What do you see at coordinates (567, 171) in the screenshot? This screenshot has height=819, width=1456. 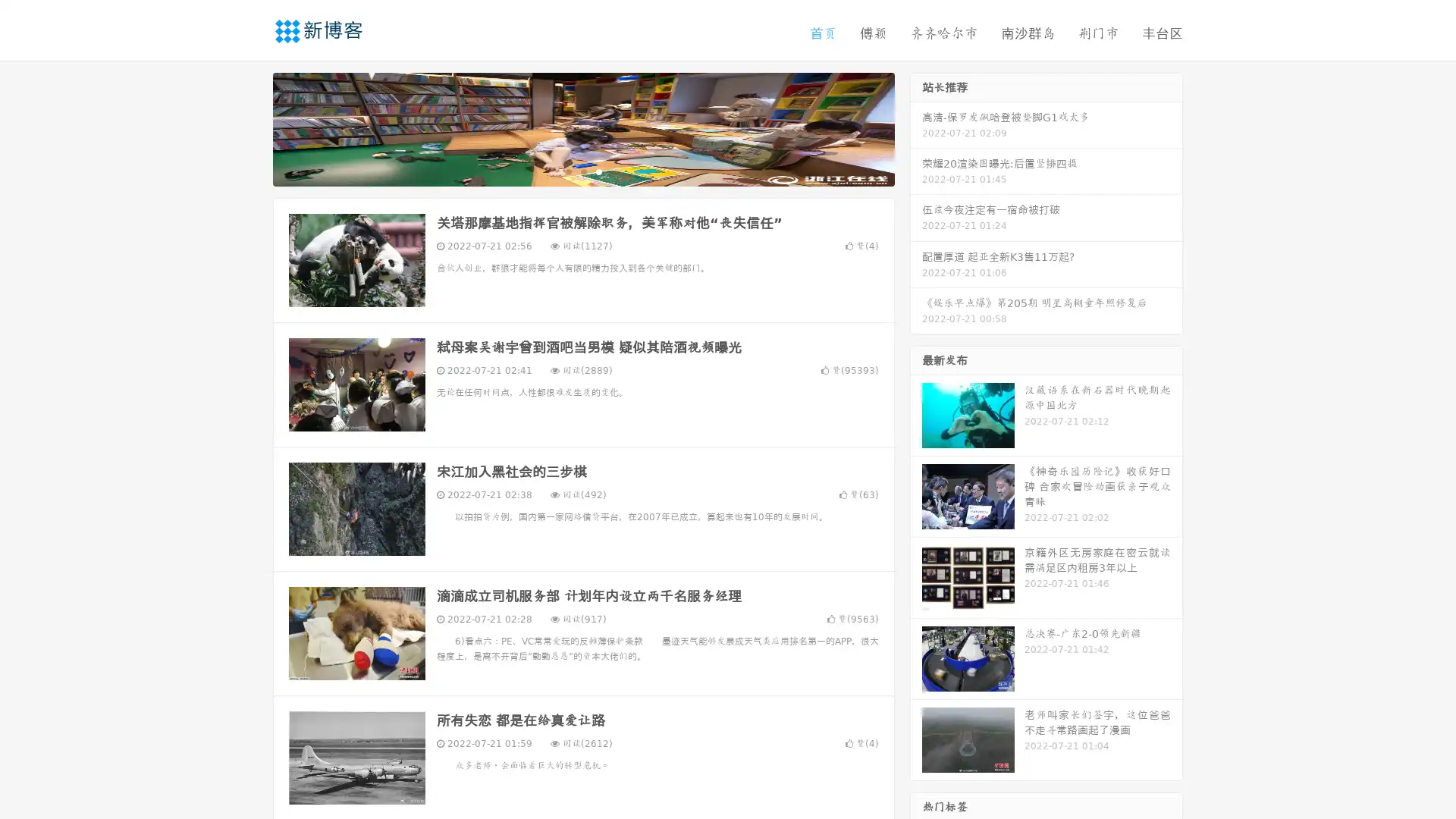 I see `Go to slide 1` at bounding box center [567, 171].